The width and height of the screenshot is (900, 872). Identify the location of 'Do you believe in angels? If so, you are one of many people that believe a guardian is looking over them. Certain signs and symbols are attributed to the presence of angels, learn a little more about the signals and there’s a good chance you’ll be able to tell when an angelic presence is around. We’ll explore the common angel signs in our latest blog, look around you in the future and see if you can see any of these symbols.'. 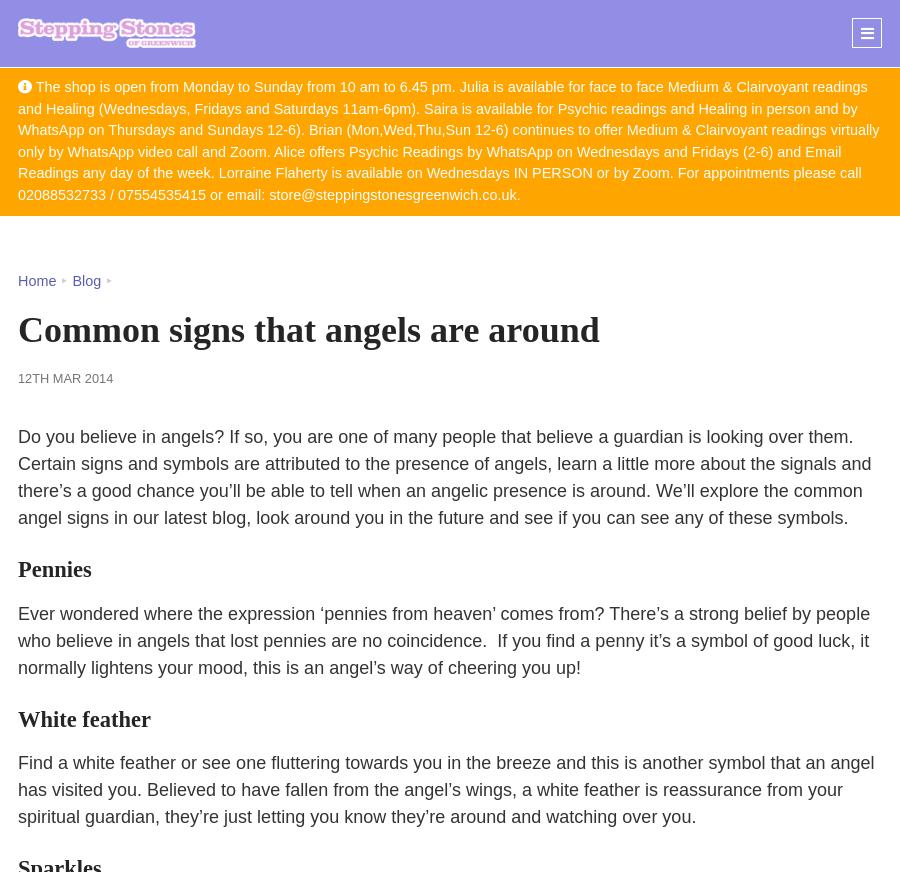
(444, 476).